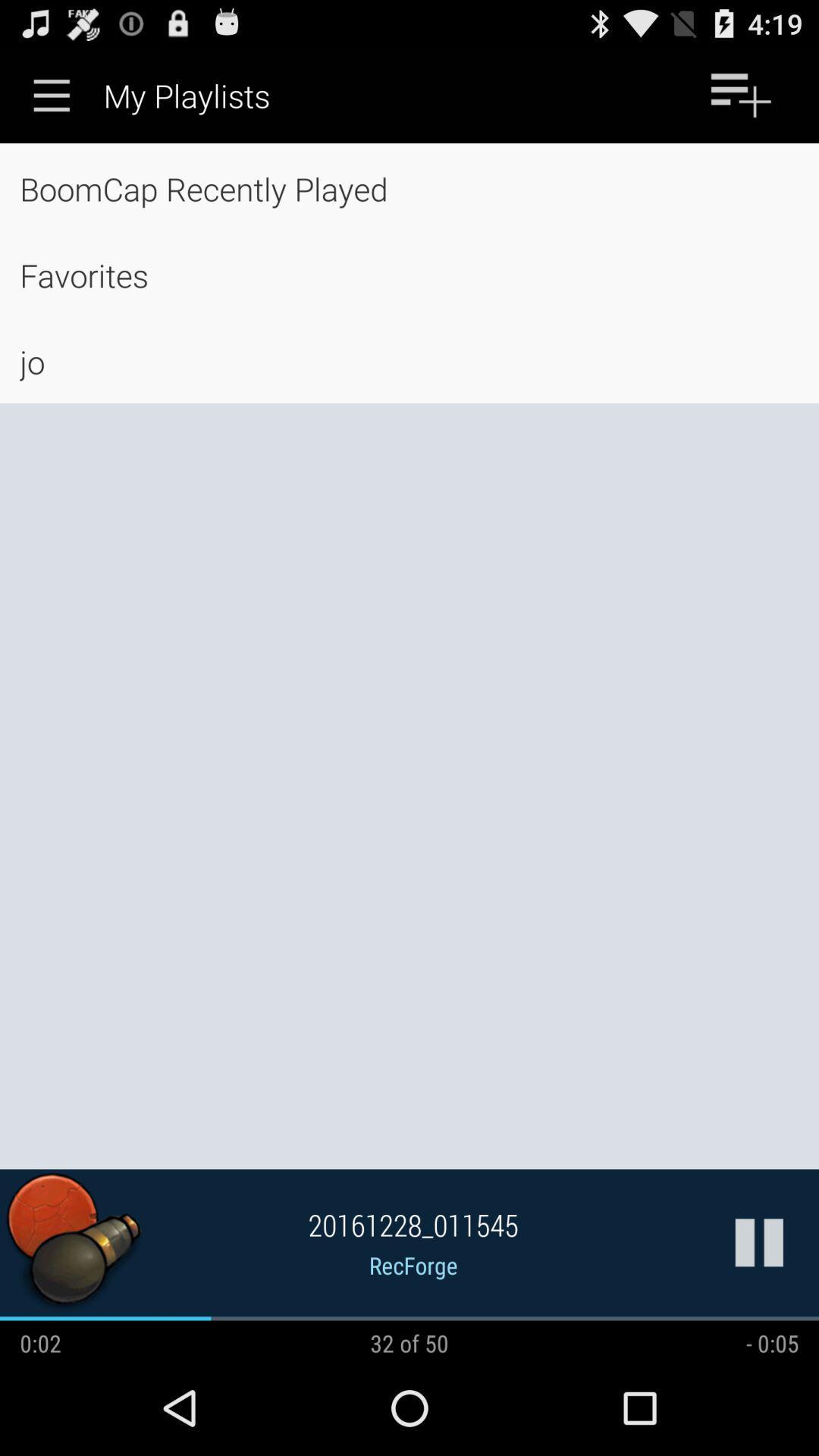  Describe the element at coordinates (51, 101) in the screenshot. I see `the menu icon` at that location.